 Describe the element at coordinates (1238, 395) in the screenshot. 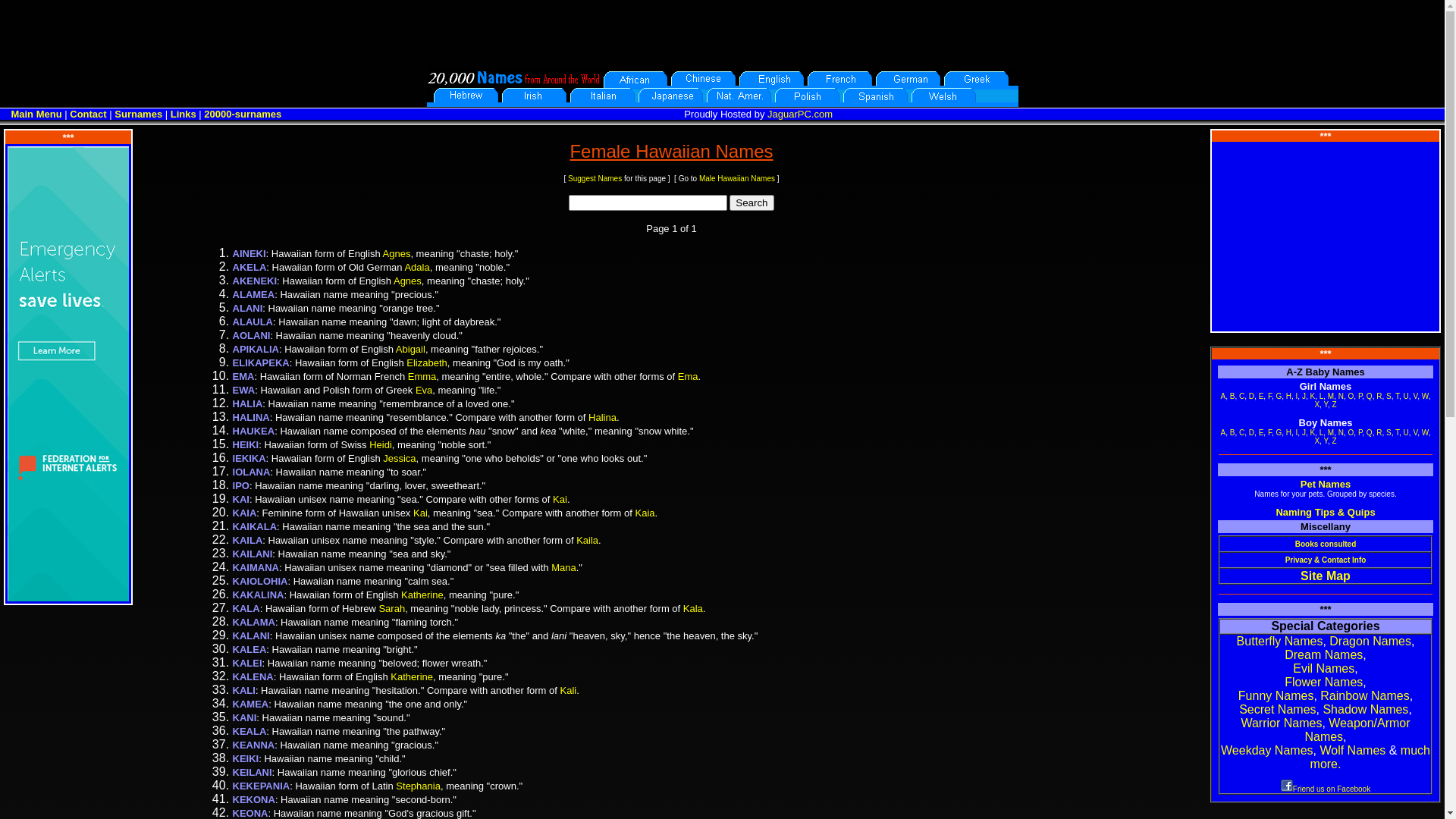

I see `'C'` at that location.